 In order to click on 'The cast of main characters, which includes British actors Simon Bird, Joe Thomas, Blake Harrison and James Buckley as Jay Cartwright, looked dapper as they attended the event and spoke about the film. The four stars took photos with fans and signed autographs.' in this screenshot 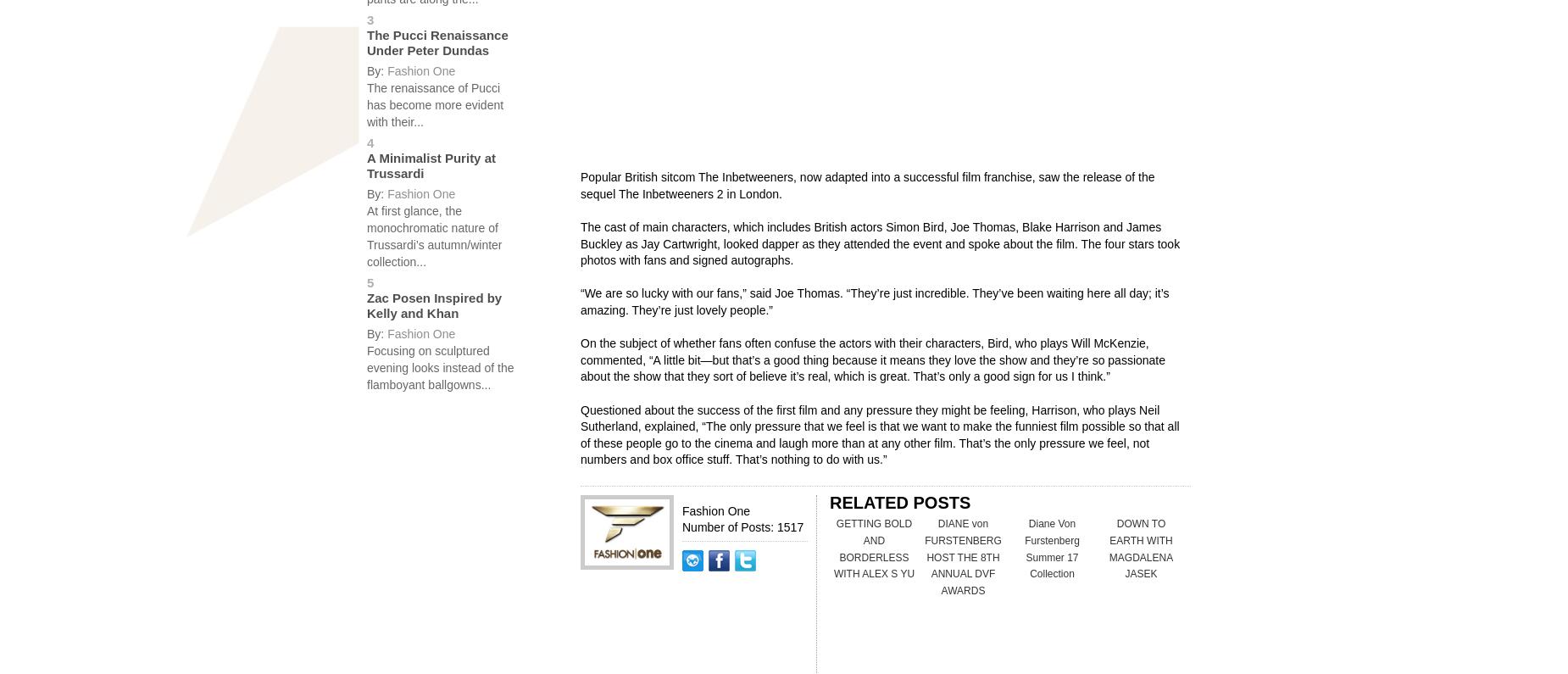, I will do `click(581, 242)`.